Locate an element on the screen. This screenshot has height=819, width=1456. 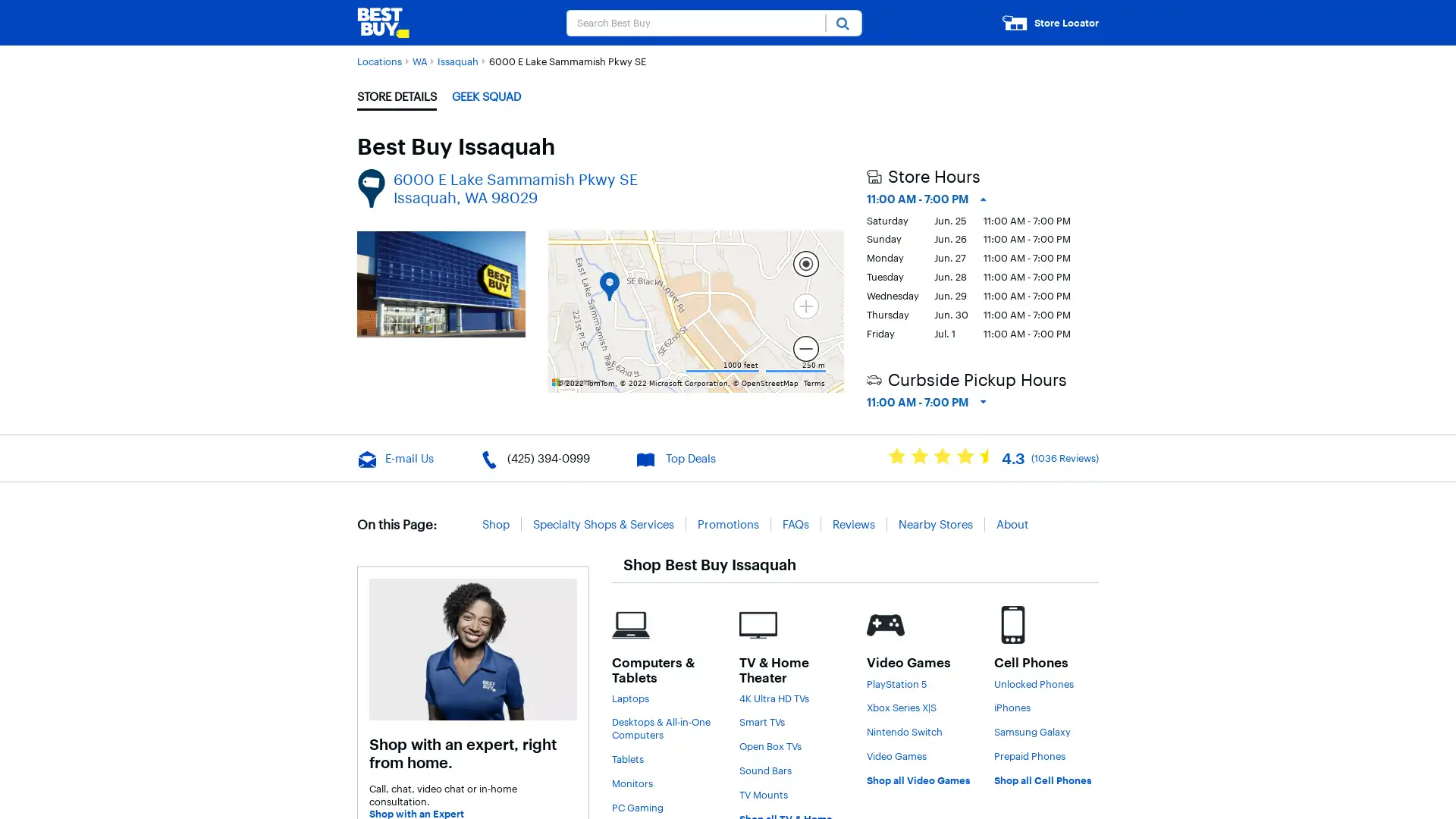
11:00 AM To 7:00 PM is located at coordinates (925, 402).